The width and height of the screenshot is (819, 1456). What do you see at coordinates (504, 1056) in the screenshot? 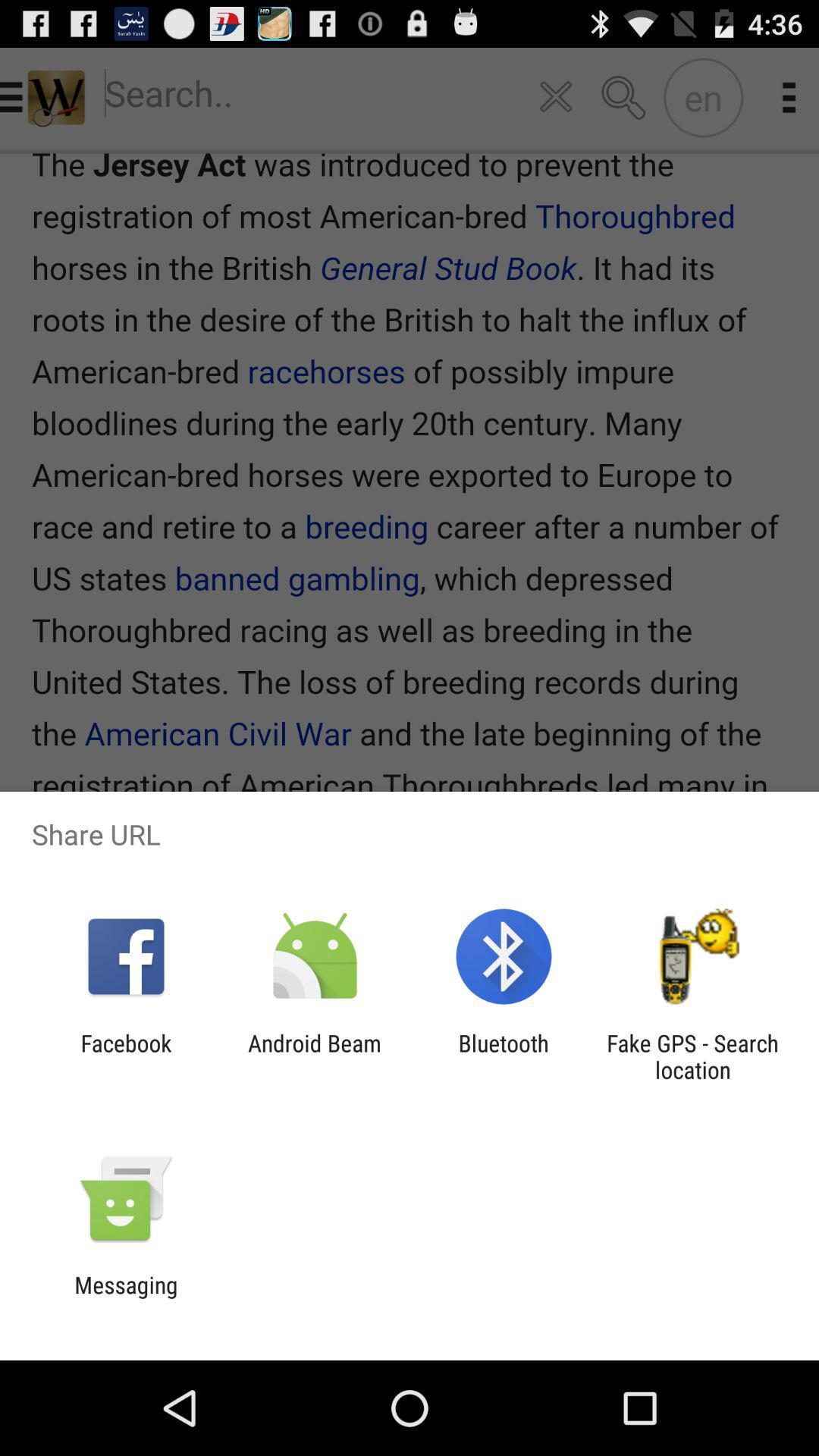
I see `the bluetooth` at bounding box center [504, 1056].